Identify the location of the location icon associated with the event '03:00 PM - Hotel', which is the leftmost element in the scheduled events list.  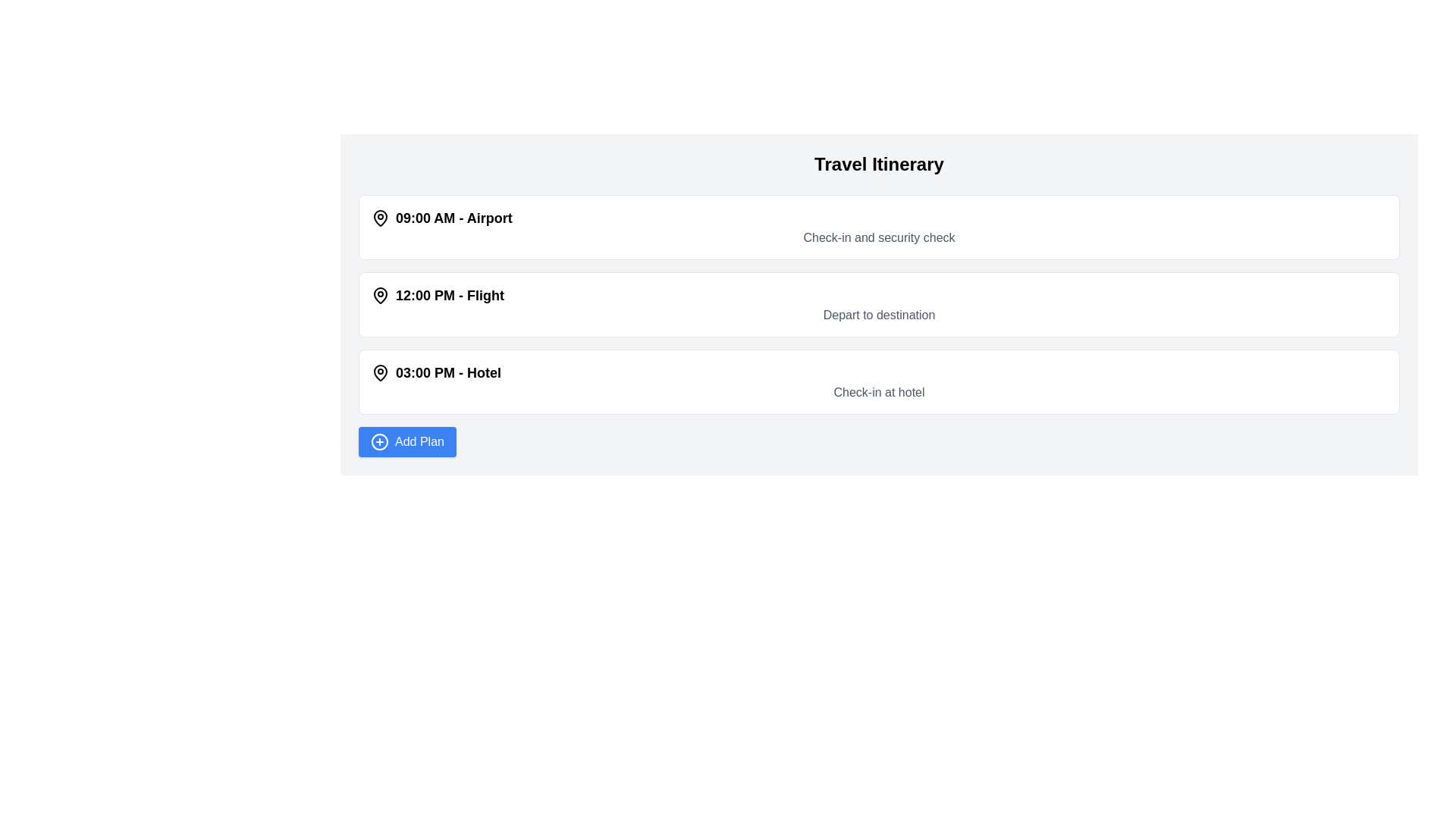
(381, 373).